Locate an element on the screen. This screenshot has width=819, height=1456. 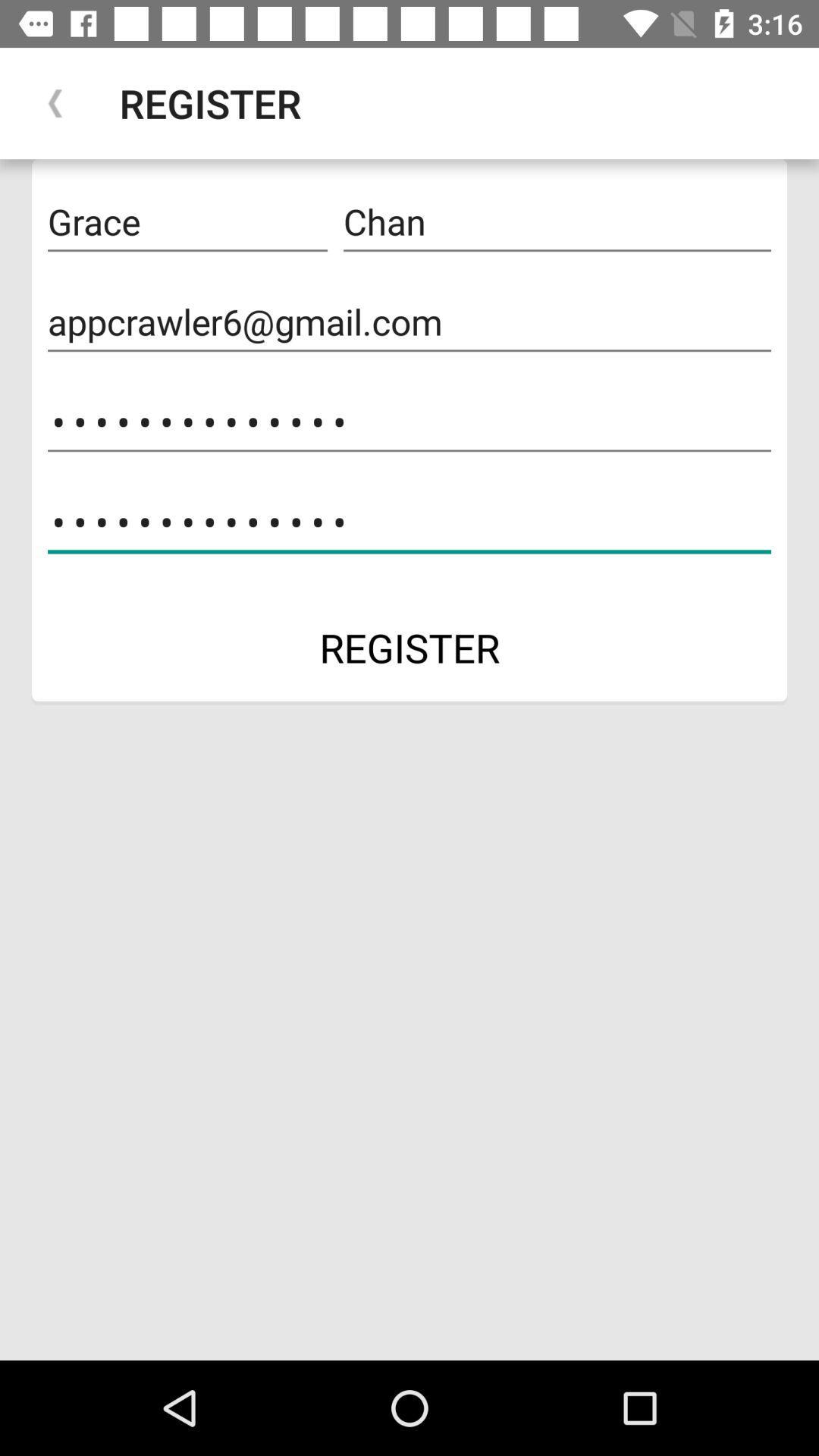
the chan is located at coordinates (557, 221).